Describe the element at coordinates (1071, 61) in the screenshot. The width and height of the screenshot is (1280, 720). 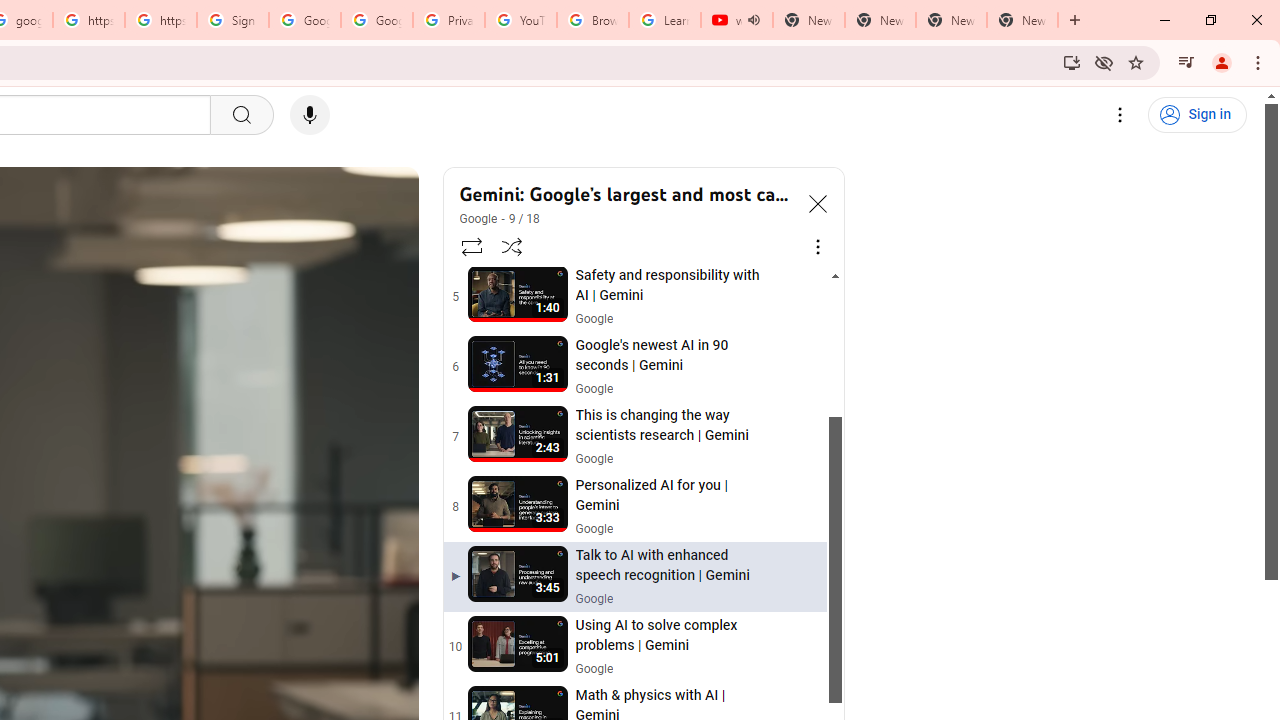
I see `'Install YouTube'` at that location.